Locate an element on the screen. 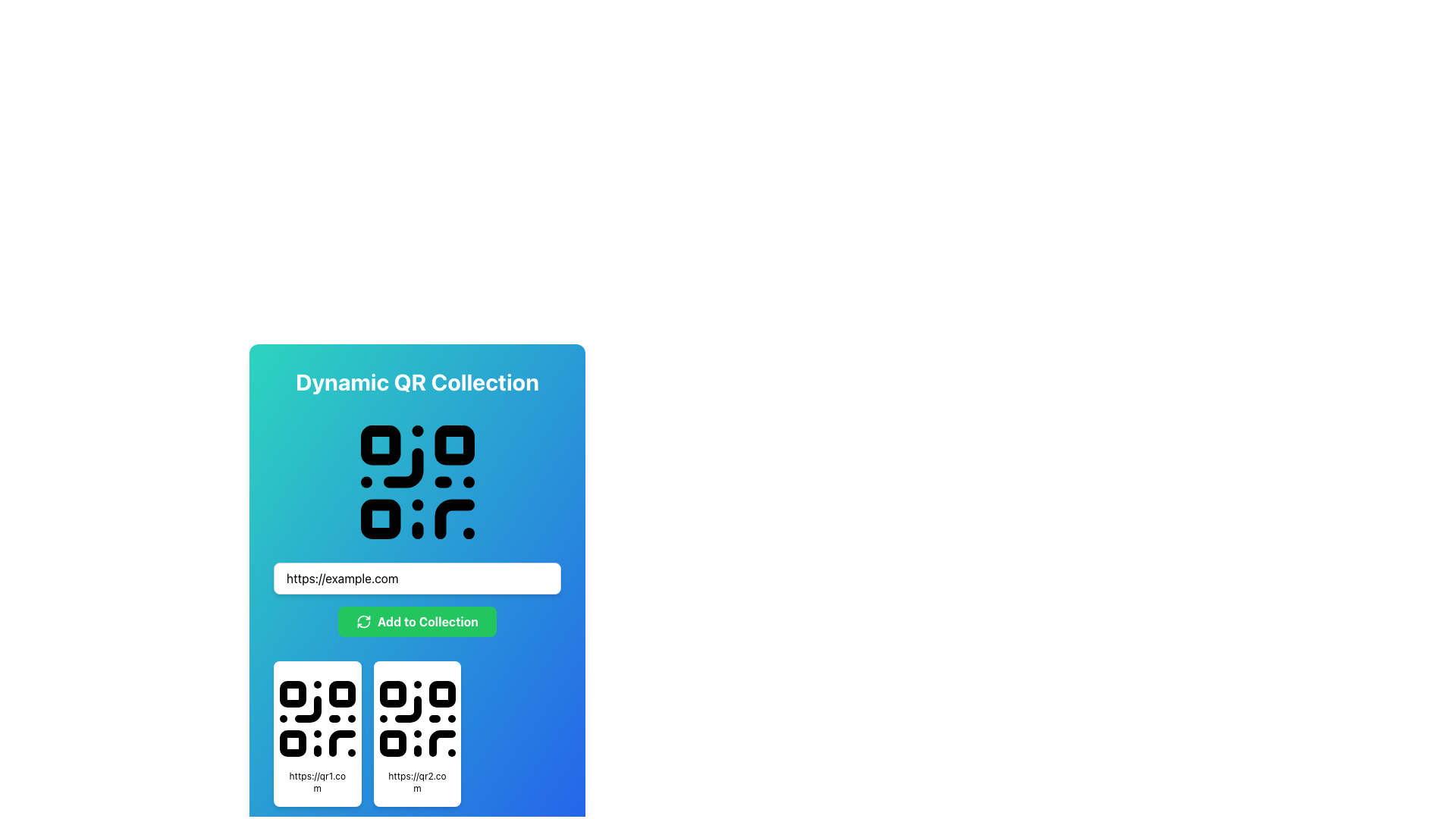  the QR code card displaying 'https://qr2.com' located in the bottom right area of the layout is located at coordinates (417, 733).